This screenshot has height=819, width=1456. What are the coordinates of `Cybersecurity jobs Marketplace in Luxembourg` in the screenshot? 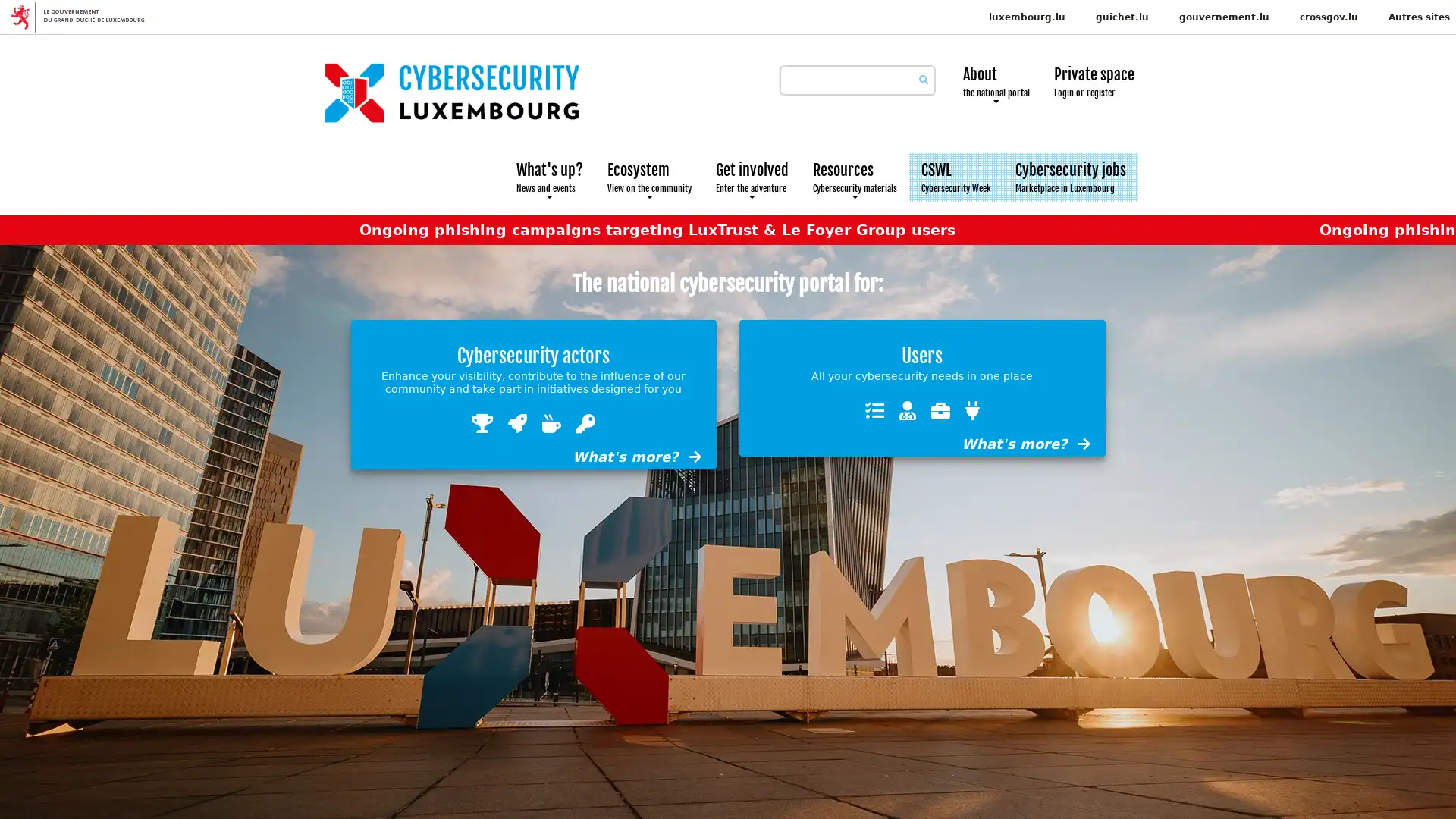 It's located at (1069, 177).